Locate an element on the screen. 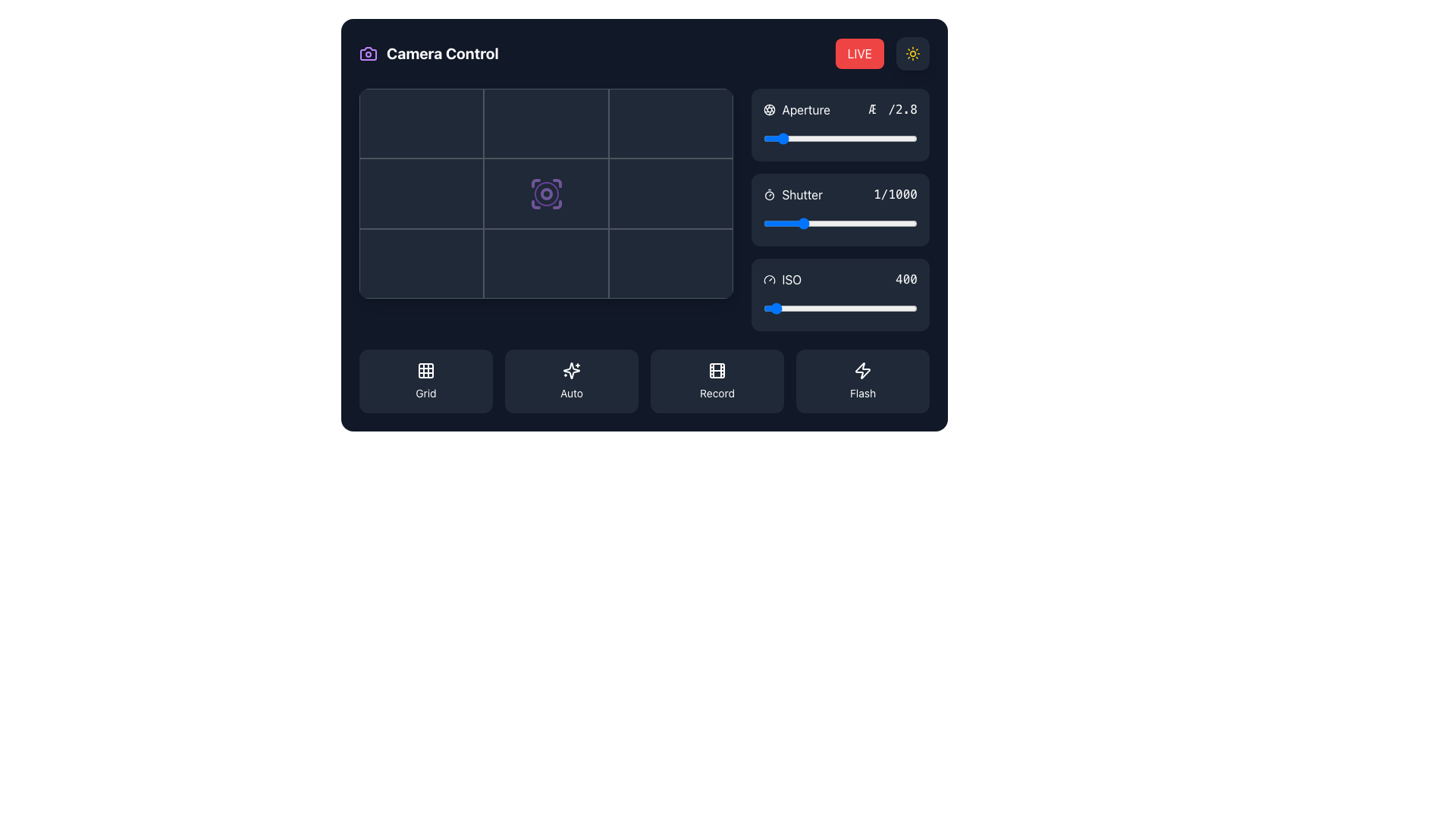 This screenshot has height=819, width=1456. the pulsating animation of the Focus indicator, a small circular component with a purple border located at the center of the grid layout is located at coordinates (546, 193).